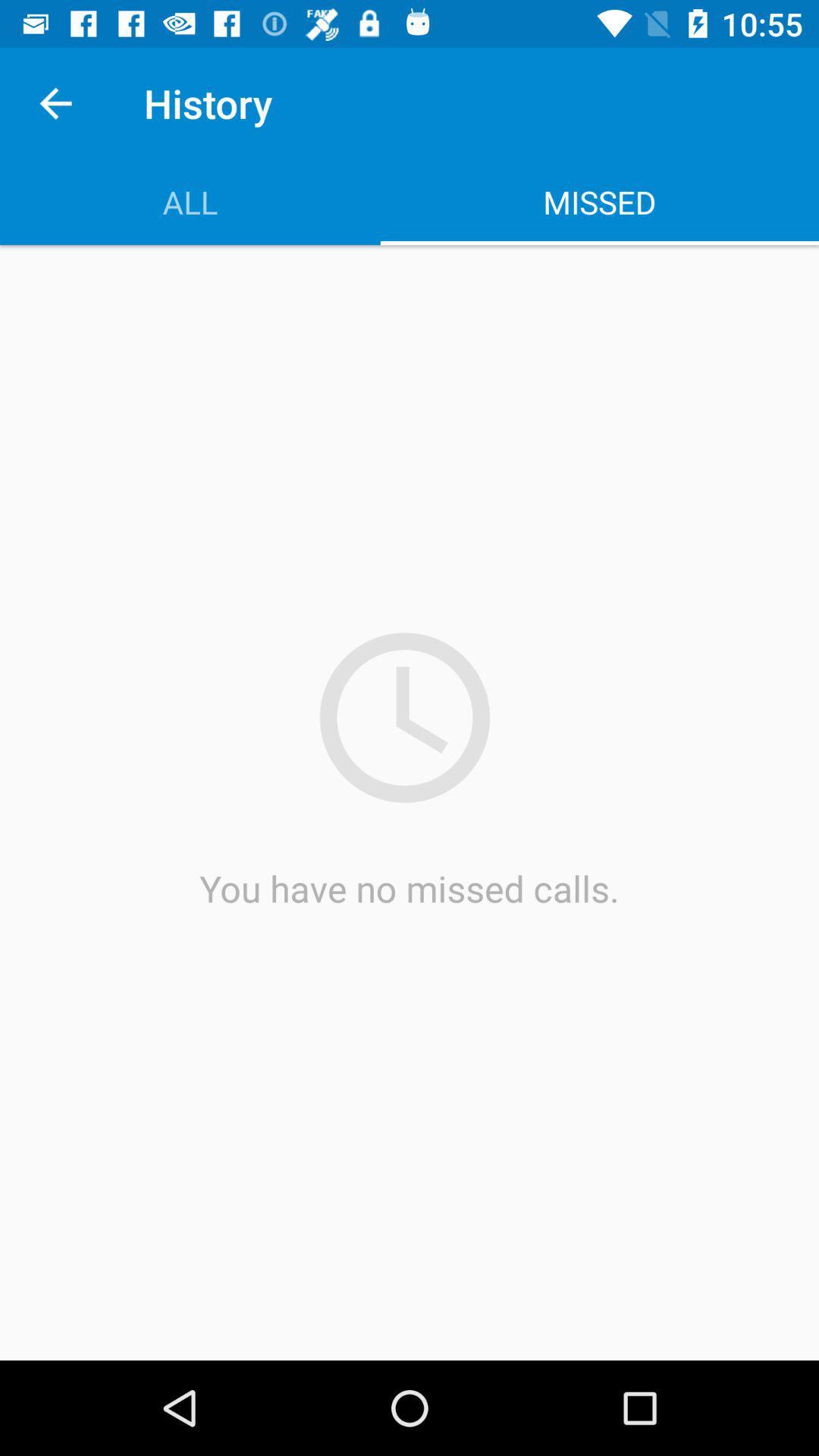  I want to click on all, so click(189, 201).